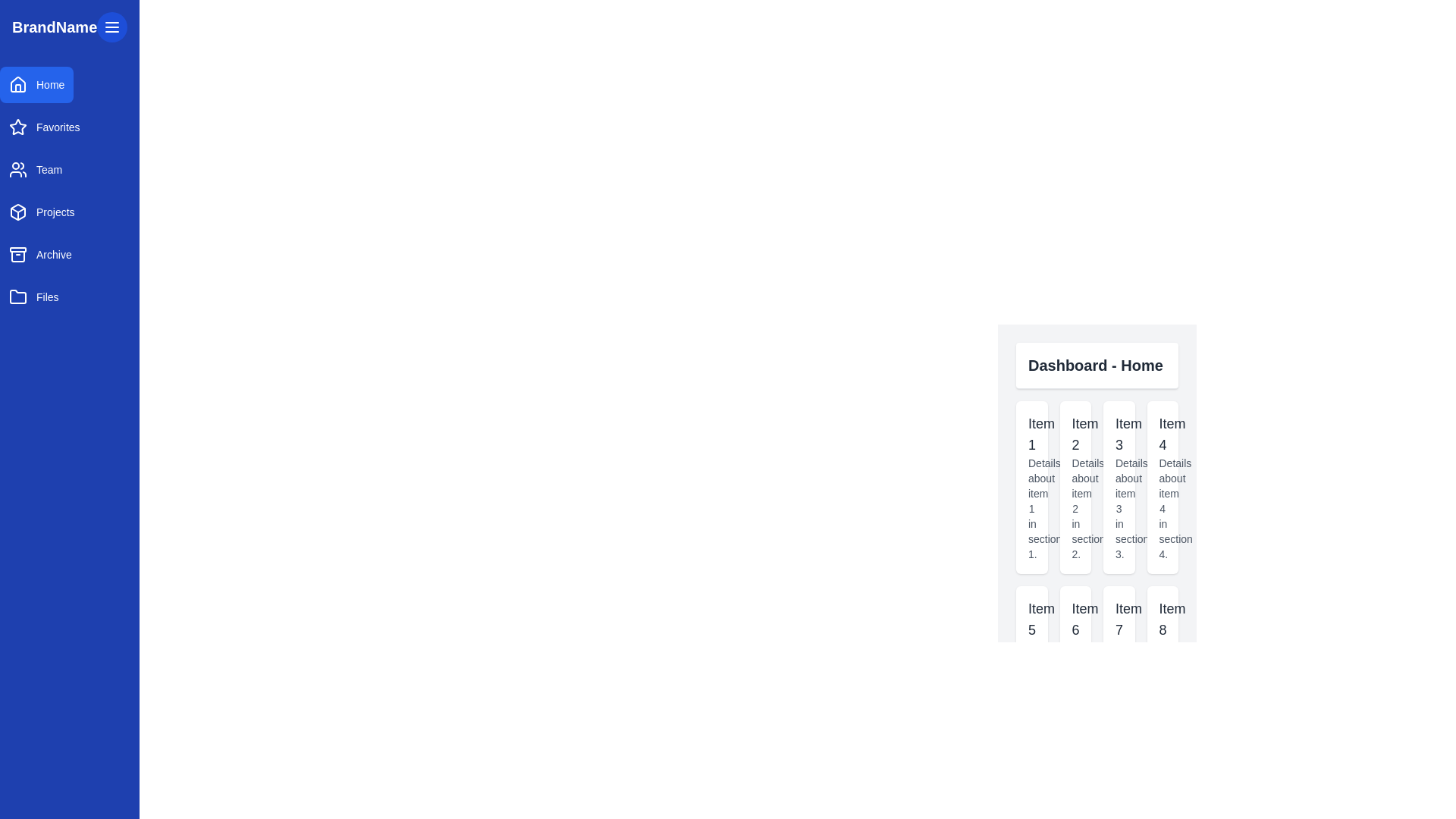 Image resolution: width=1456 pixels, height=819 pixels. I want to click on the 'Home' button, which is a text element displayed in white sans-serif font on a blue rectangular button within the vertical navigation menu, so click(50, 84).